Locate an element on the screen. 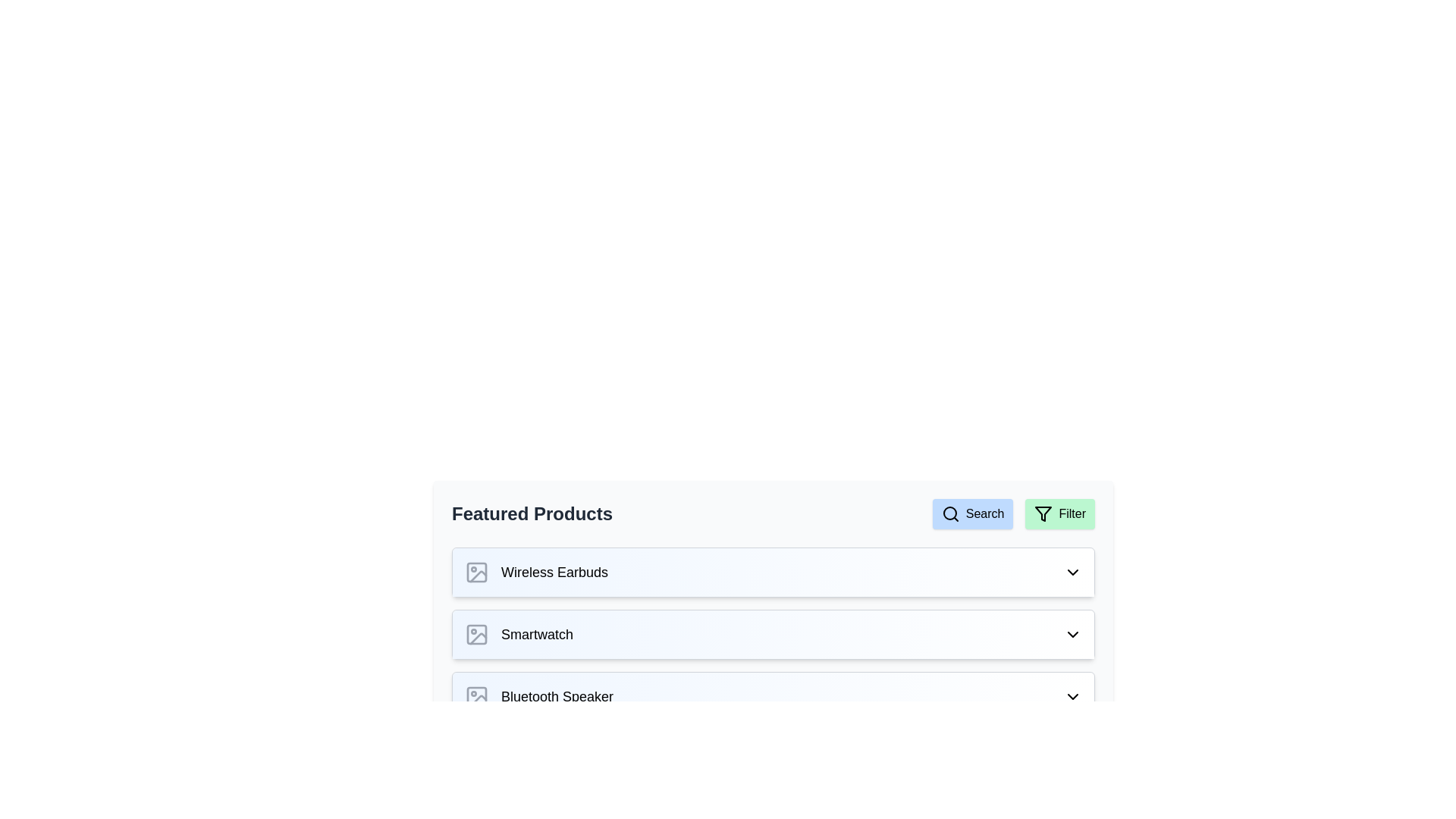 This screenshot has width=1456, height=819. the rounded rectangle visual decoration element within the SVG icon adjacent to the 'Bluetooth Speaker' text in the 'Featured Products' section is located at coordinates (475, 696).